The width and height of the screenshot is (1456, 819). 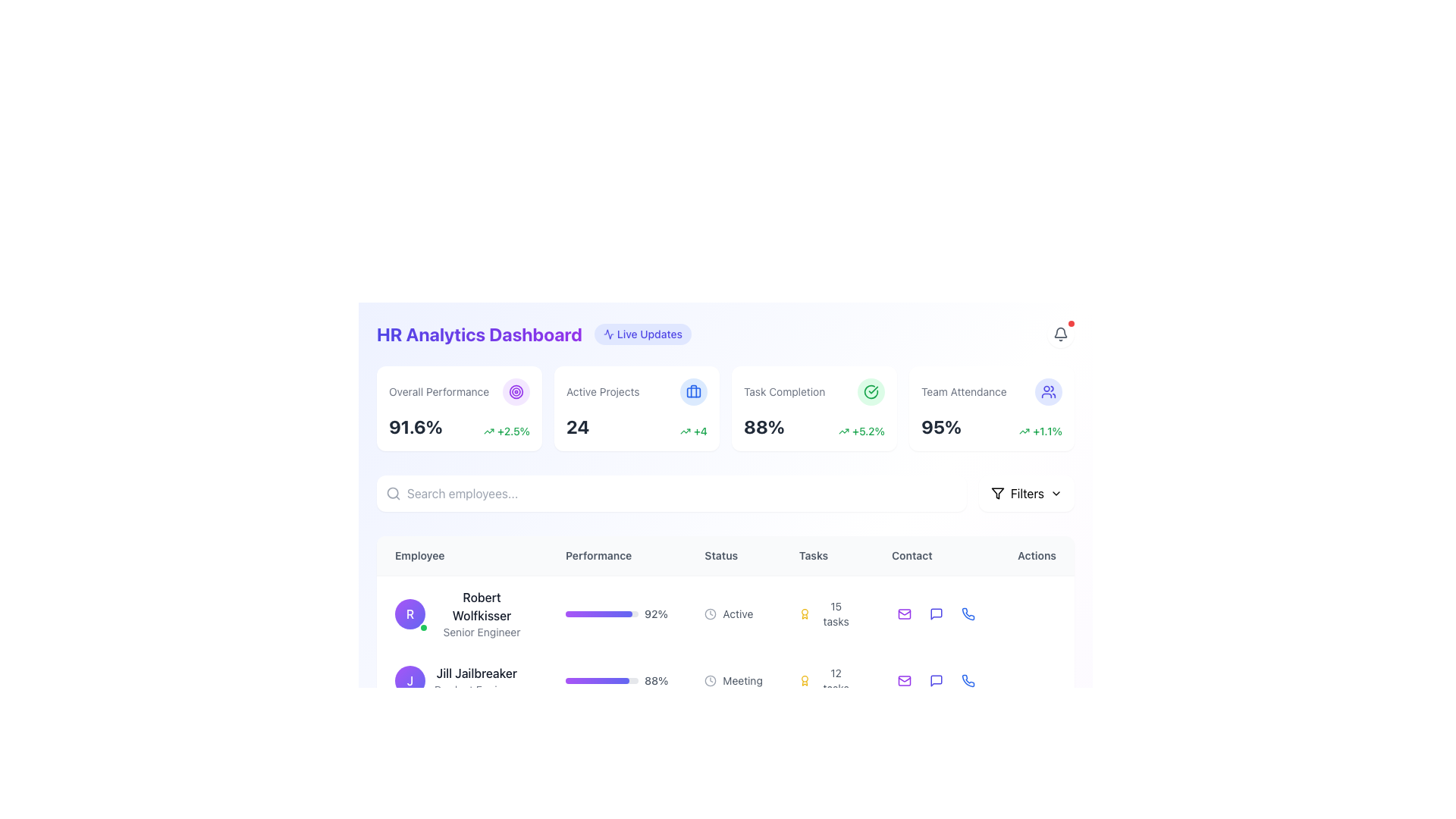 What do you see at coordinates (423, 628) in the screenshot?
I see `the status indicator located at the bottom-right corner of the circular profile icon with the letter 'R' on a purple background, positioned in the leftmost column of the table under the 'Employee' header` at bounding box center [423, 628].